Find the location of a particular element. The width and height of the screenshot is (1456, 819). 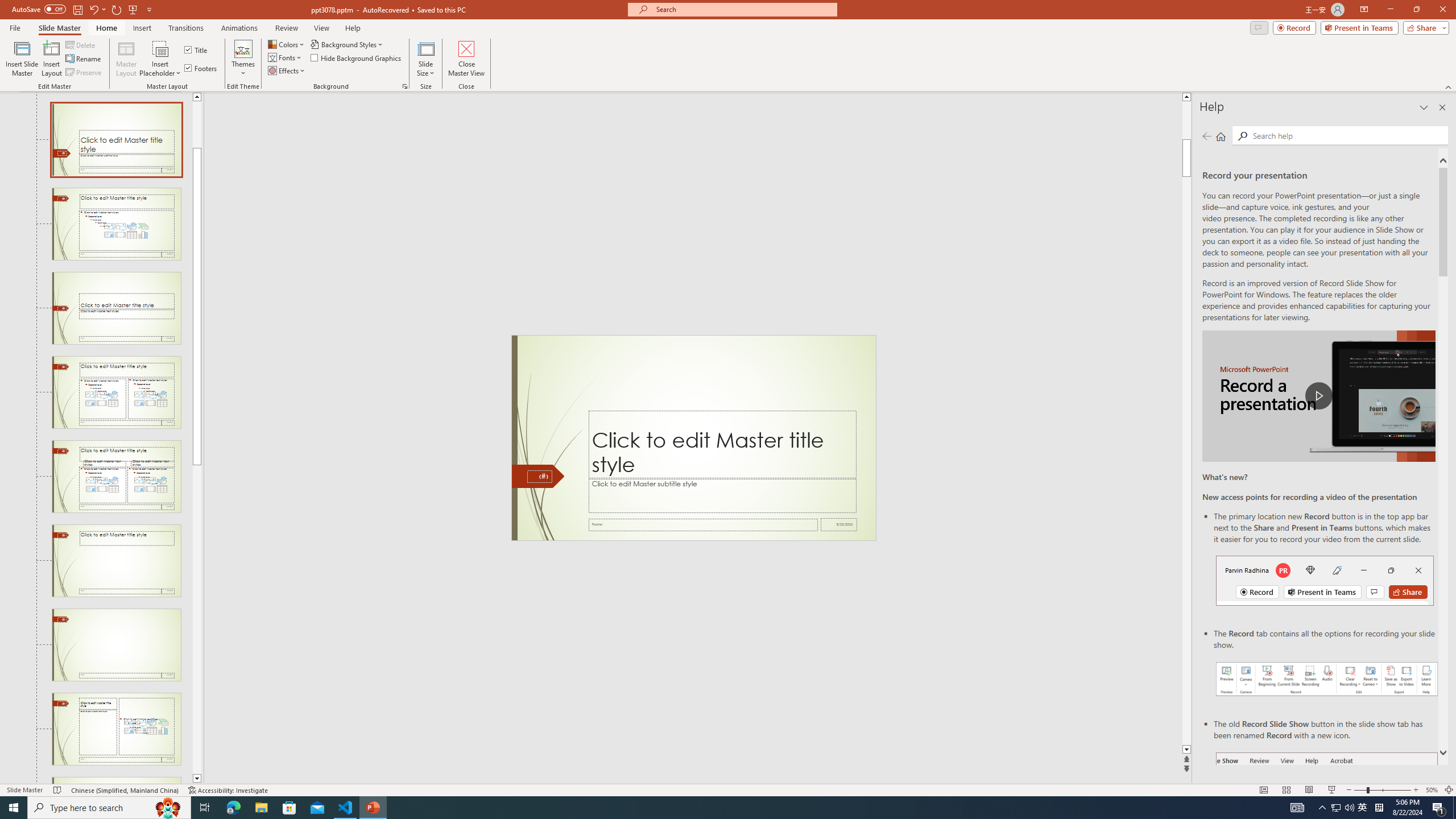

'Slide Number' is located at coordinates (539, 477).